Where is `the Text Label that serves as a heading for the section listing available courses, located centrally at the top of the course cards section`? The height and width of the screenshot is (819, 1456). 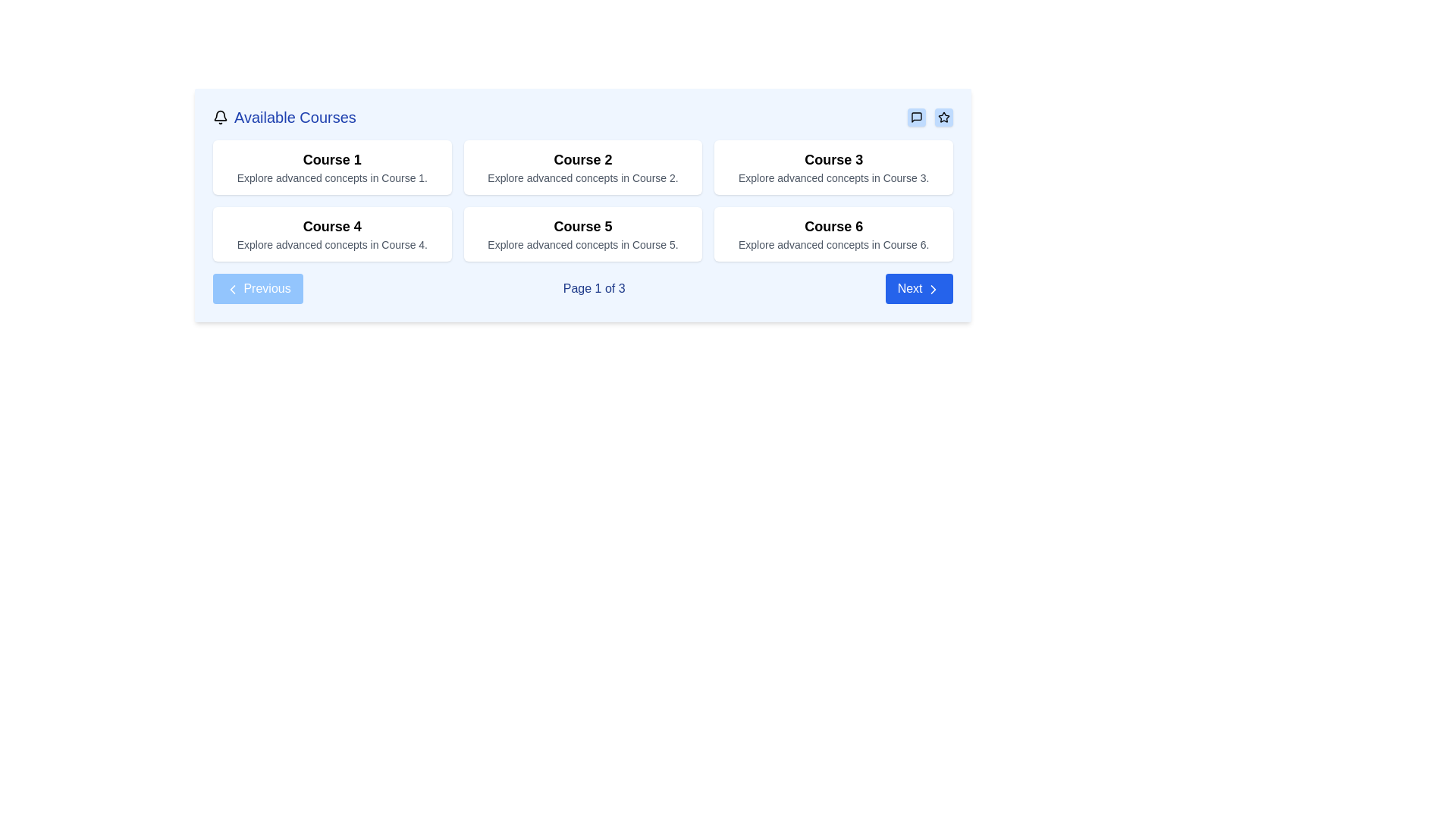
the Text Label that serves as a heading for the section listing available courses, located centrally at the top of the course cards section is located at coordinates (295, 116).